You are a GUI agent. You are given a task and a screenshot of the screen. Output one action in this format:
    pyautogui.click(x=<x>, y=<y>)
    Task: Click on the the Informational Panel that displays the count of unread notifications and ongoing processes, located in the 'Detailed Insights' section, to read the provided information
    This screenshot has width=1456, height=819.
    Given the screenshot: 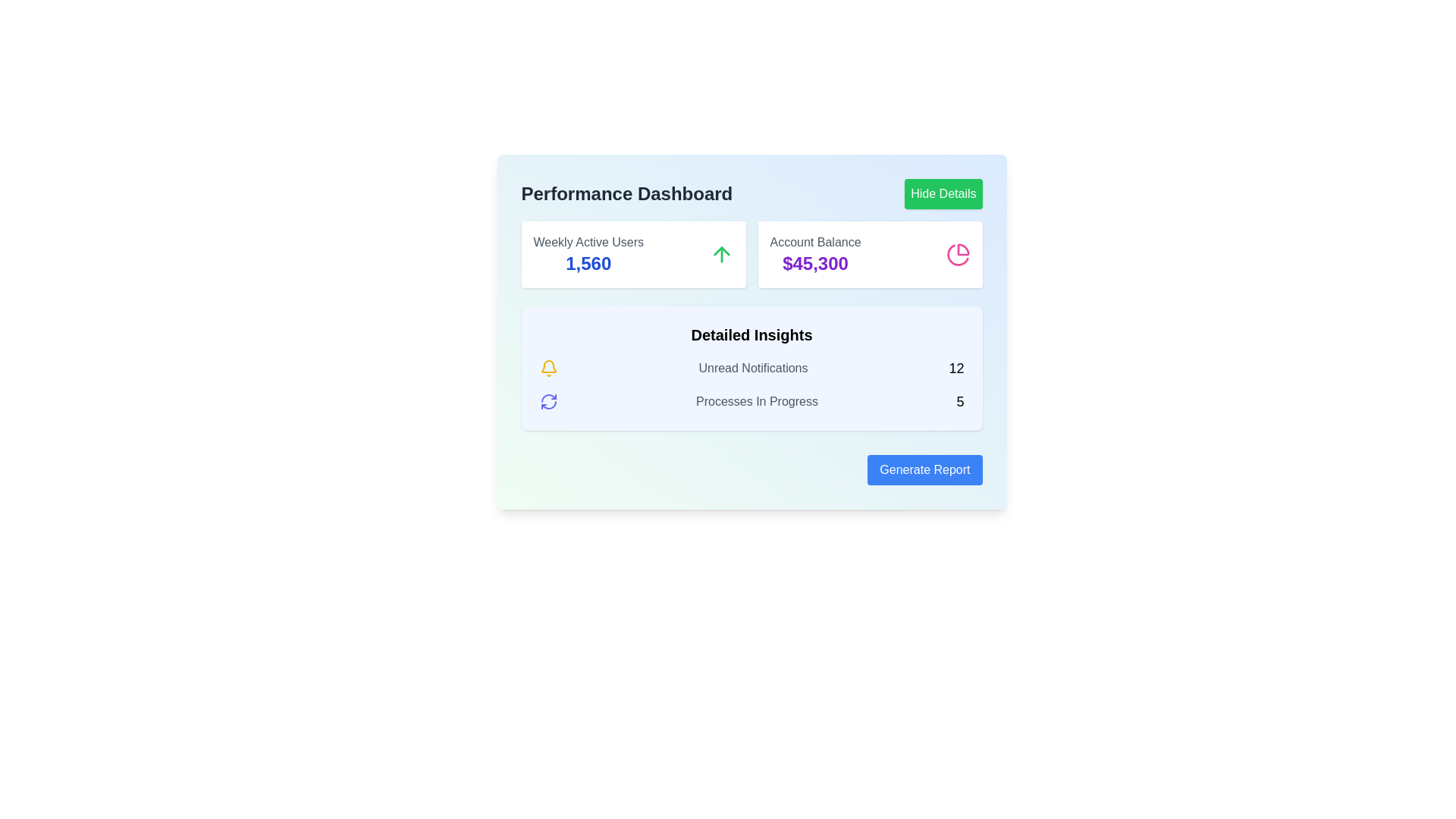 What is the action you would take?
    pyautogui.click(x=752, y=384)
    